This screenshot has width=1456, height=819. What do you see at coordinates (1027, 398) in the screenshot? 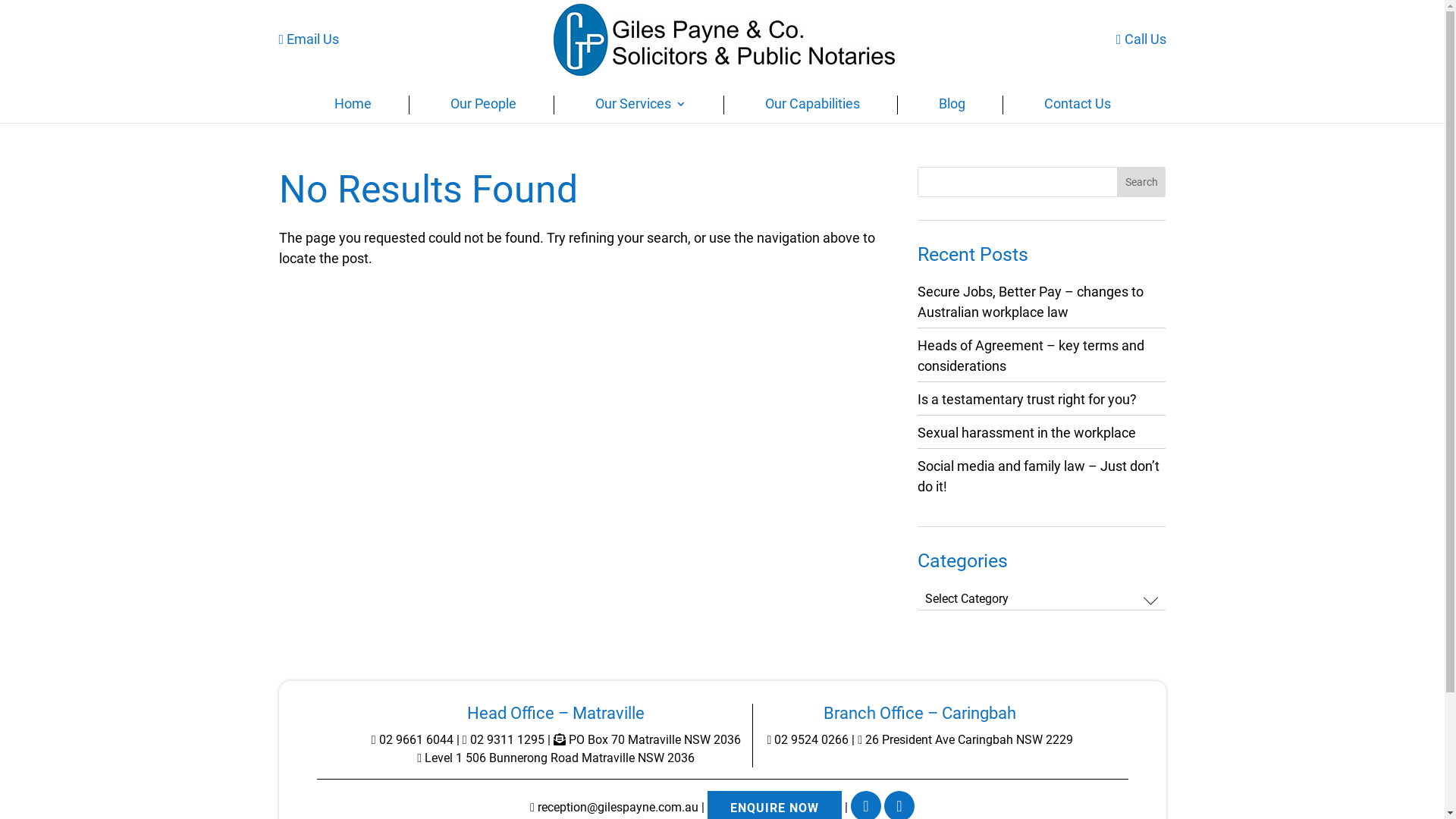
I see `'Is a testamentary trust right for you?'` at bounding box center [1027, 398].